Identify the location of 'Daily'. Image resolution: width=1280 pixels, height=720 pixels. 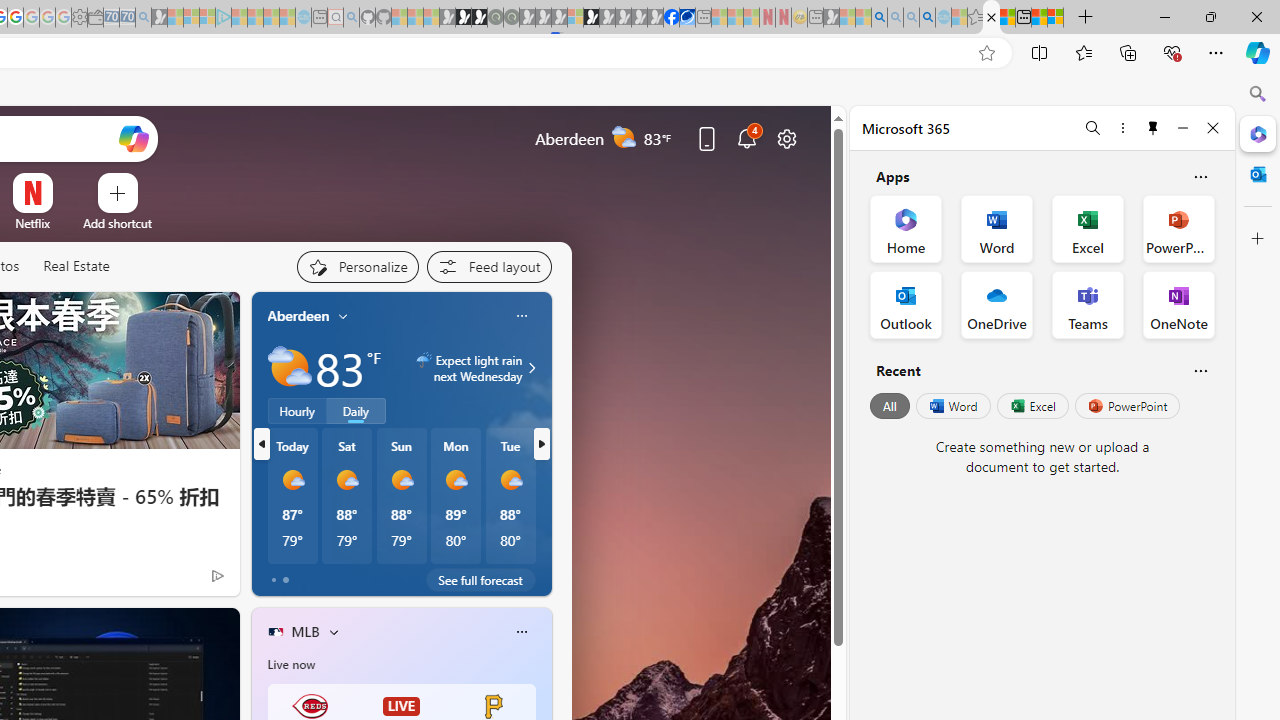
(356, 410).